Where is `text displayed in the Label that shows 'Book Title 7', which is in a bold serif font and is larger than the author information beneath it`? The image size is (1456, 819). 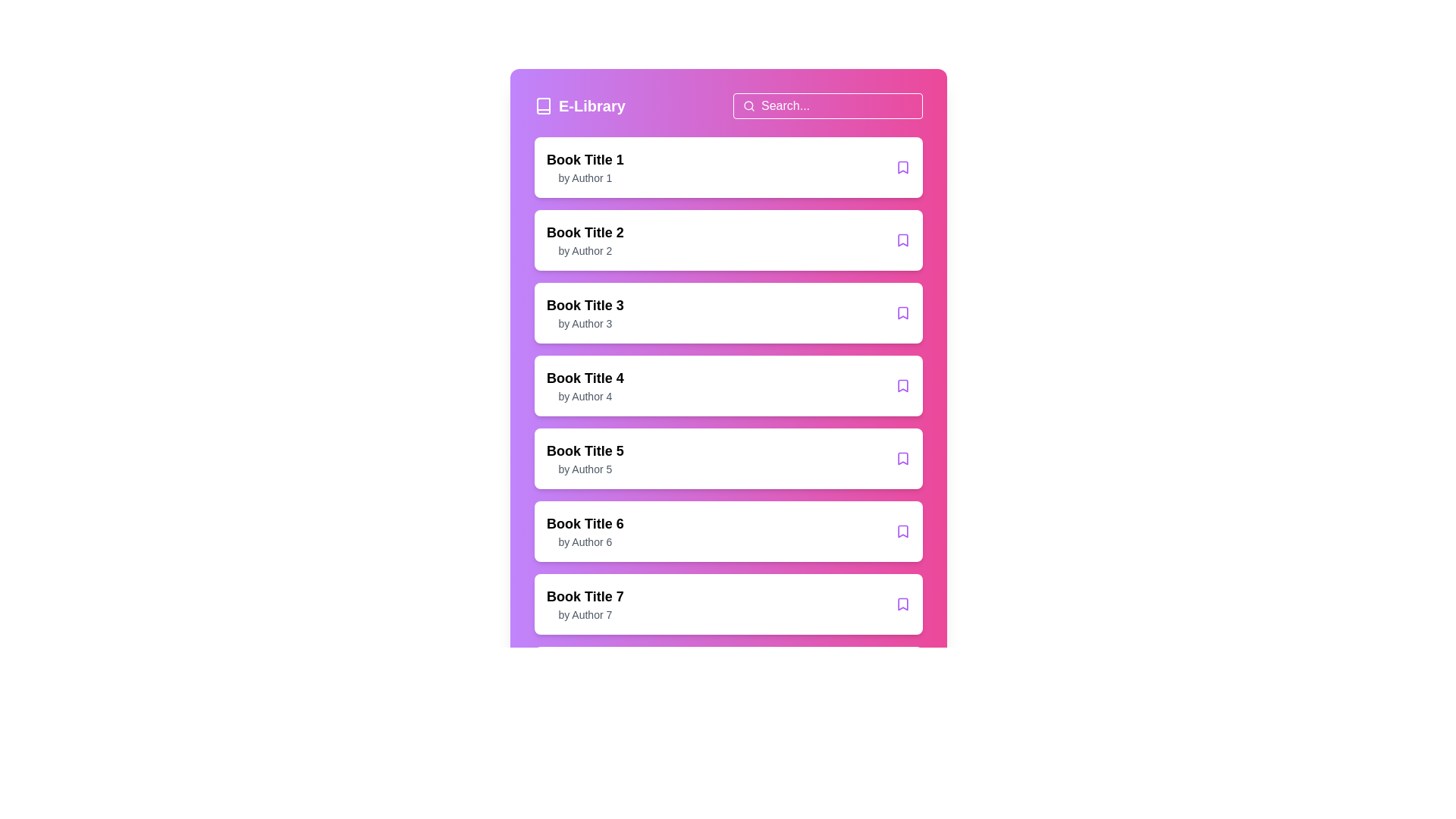
text displayed in the Label that shows 'Book Title 7', which is in a bold serif font and is larger than the author information beneath it is located at coordinates (584, 595).